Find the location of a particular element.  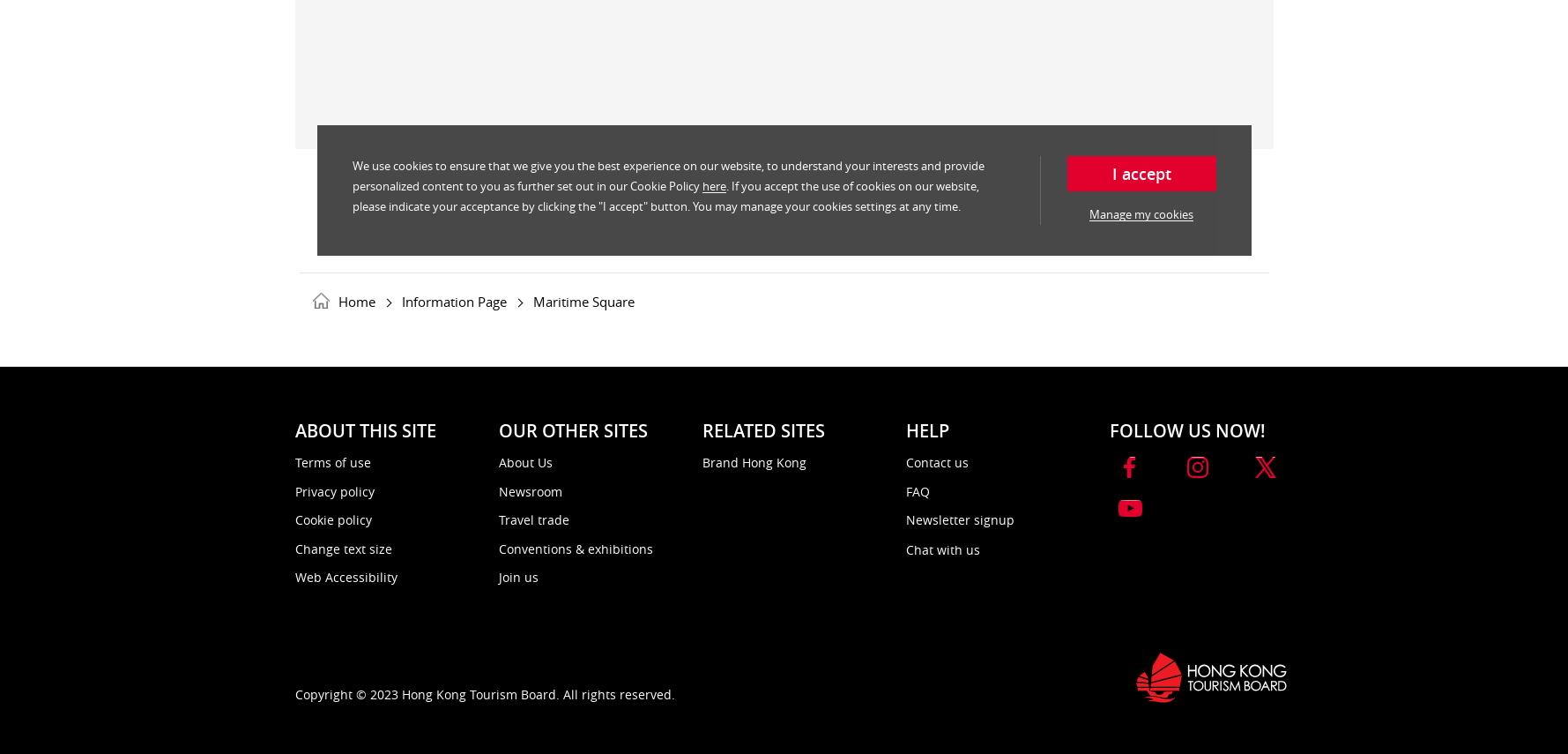

'OUR OTHER SITES' is located at coordinates (571, 430).